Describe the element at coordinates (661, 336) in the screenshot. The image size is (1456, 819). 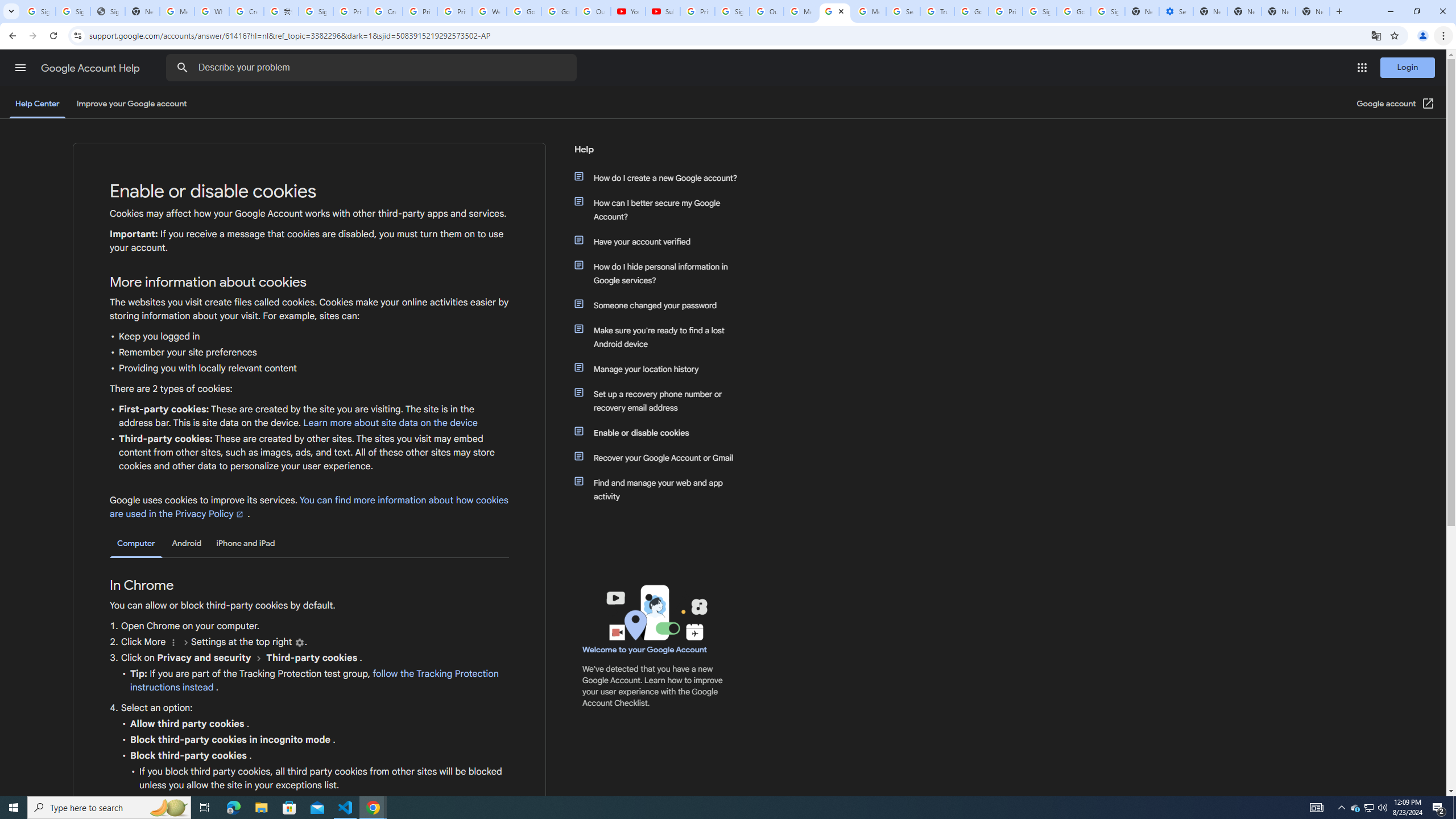
I see `'Make sure you'` at that location.